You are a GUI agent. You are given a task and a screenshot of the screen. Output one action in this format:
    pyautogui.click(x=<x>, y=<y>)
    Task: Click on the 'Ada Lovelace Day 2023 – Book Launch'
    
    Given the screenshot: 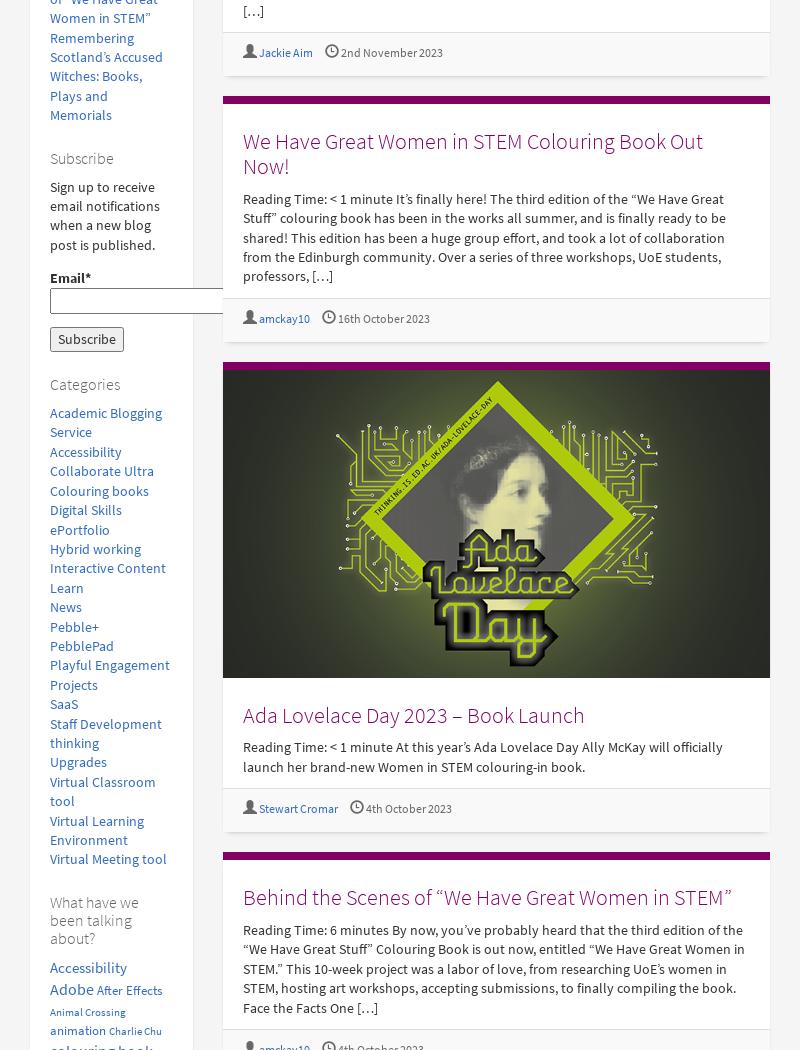 What is the action you would take?
    pyautogui.click(x=412, y=713)
    